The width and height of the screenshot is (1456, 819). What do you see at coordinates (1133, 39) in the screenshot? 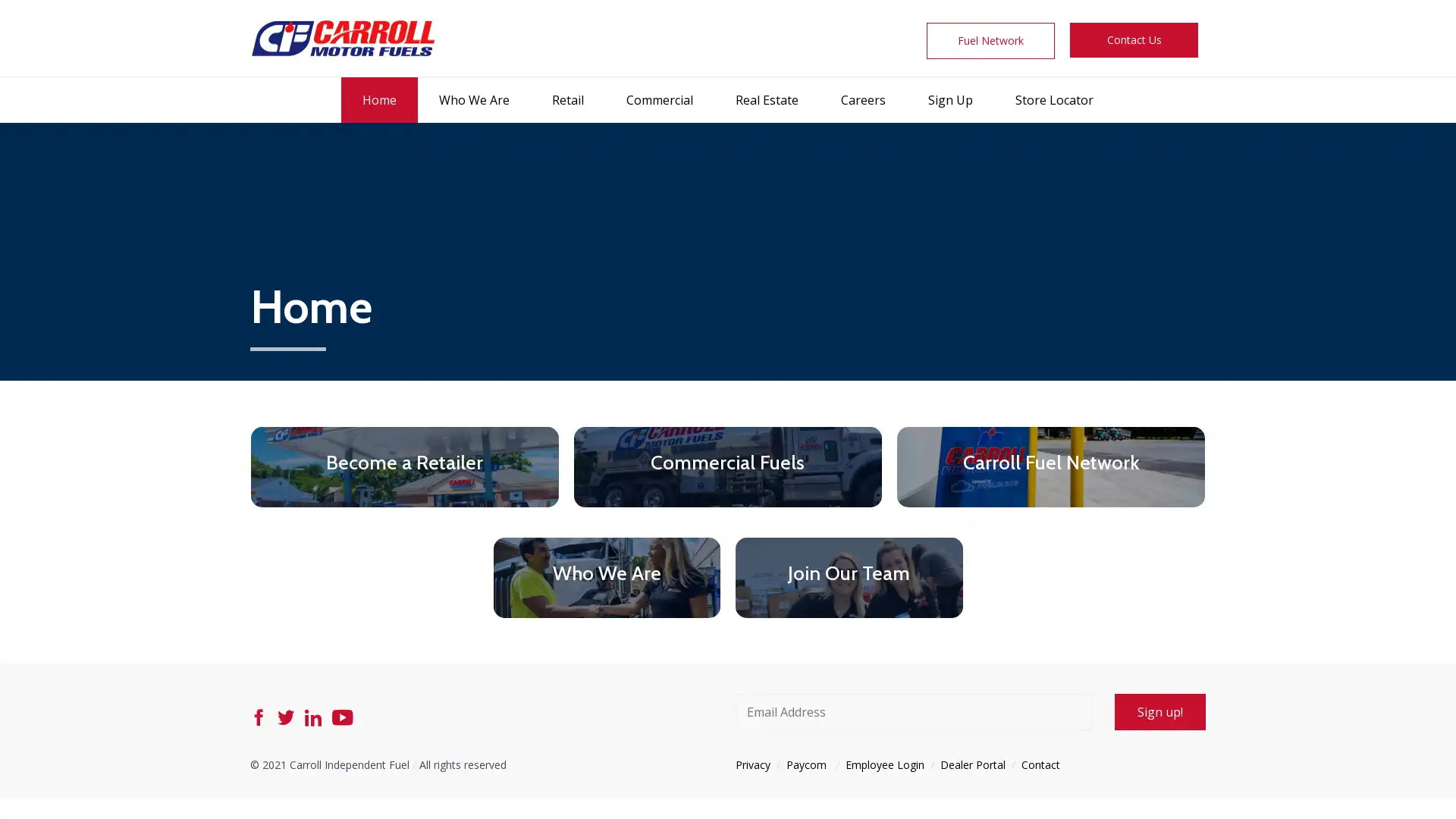
I see `Contact Us` at bounding box center [1133, 39].